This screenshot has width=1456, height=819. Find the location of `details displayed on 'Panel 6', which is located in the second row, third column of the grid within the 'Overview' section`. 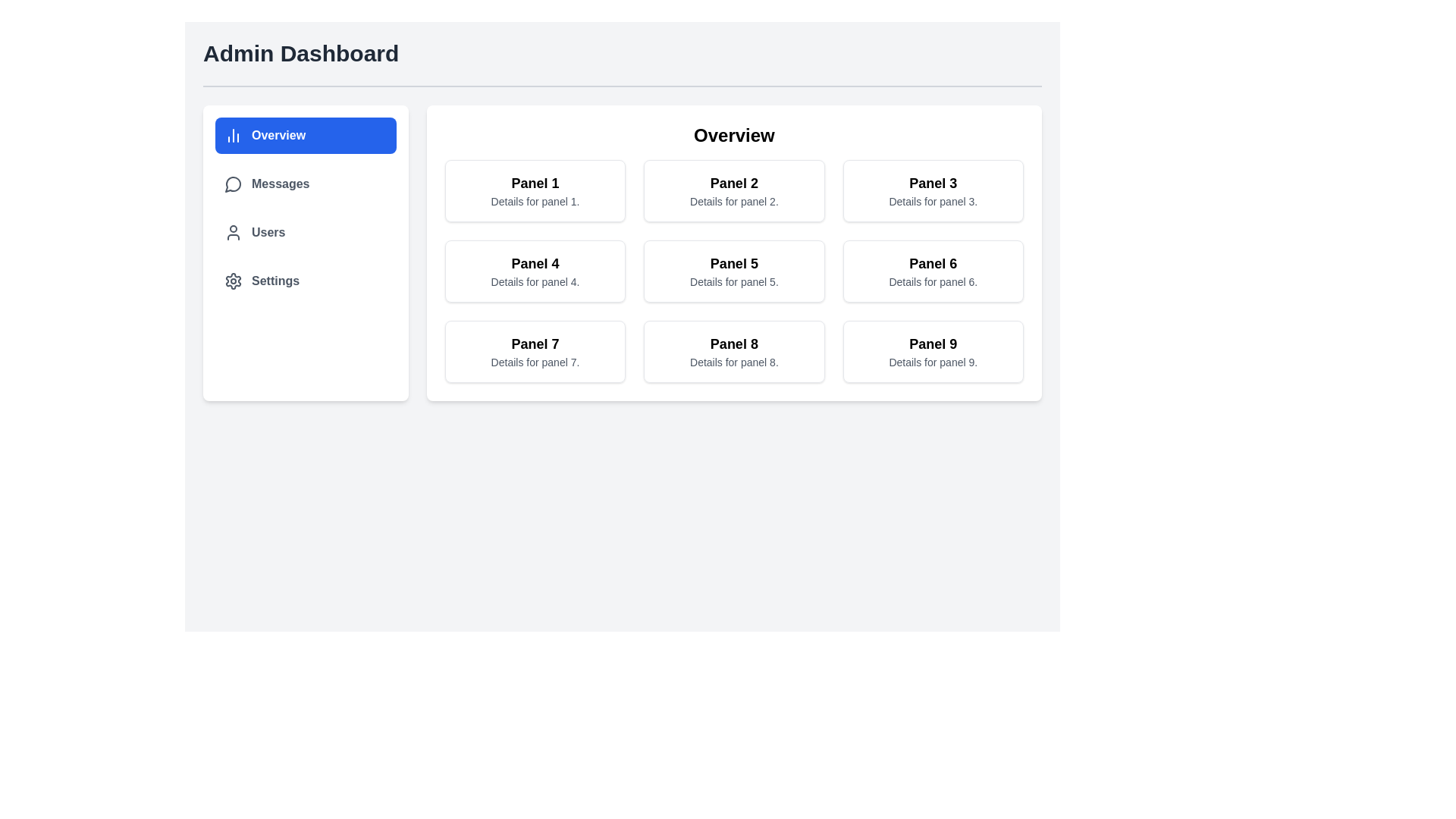

details displayed on 'Panel 6', which is located in the second row, third column of the grid within the 'Overview' section is located at coordinates (932, 271).